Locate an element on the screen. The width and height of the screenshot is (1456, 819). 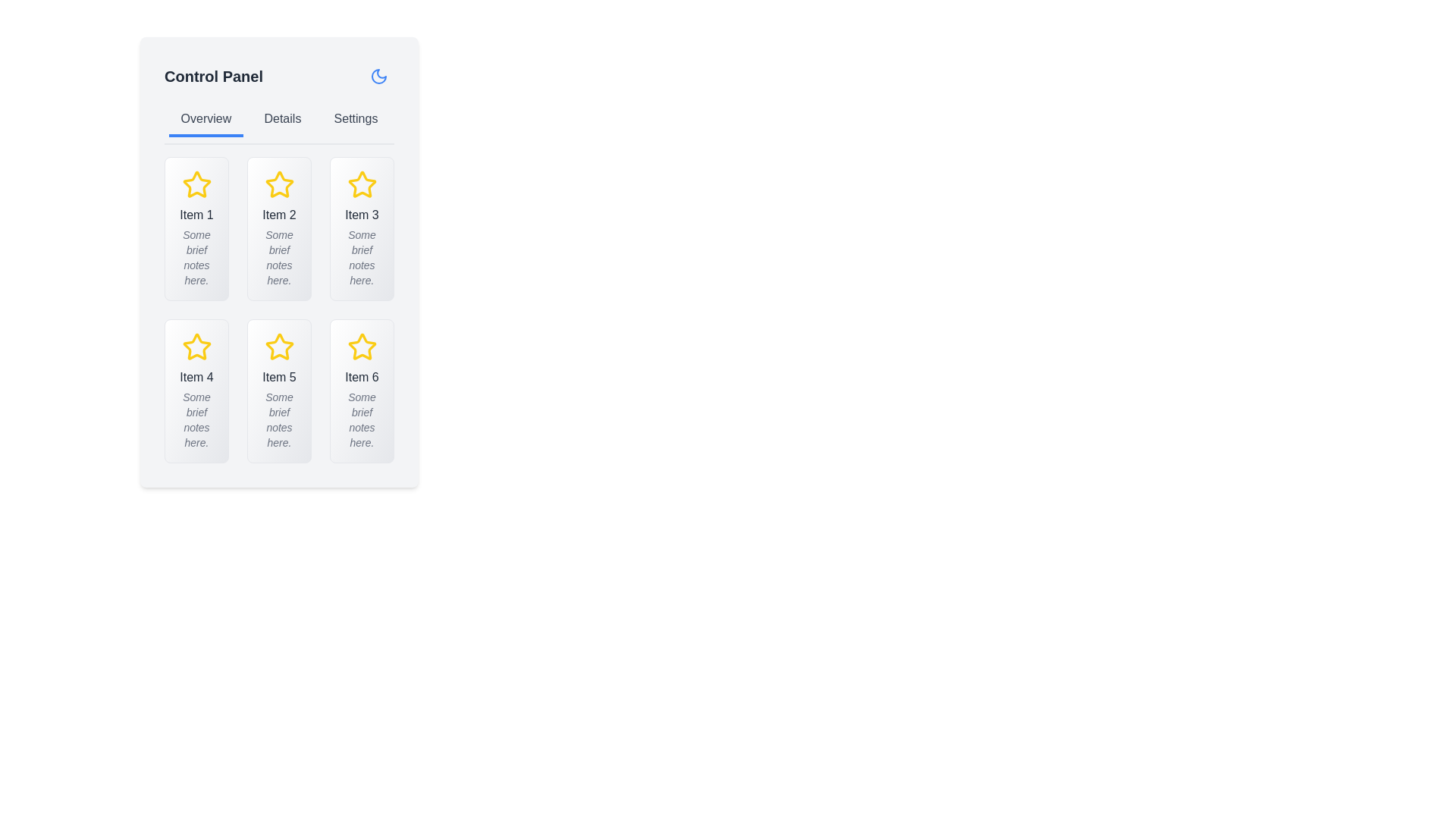
the star-shaped icon outlined in yellow, located above the text 'Item 2' in the second card from the left in the grid within the 'Overview' tab of the 'Control Panel' interface is located at coordinates (279, 184).